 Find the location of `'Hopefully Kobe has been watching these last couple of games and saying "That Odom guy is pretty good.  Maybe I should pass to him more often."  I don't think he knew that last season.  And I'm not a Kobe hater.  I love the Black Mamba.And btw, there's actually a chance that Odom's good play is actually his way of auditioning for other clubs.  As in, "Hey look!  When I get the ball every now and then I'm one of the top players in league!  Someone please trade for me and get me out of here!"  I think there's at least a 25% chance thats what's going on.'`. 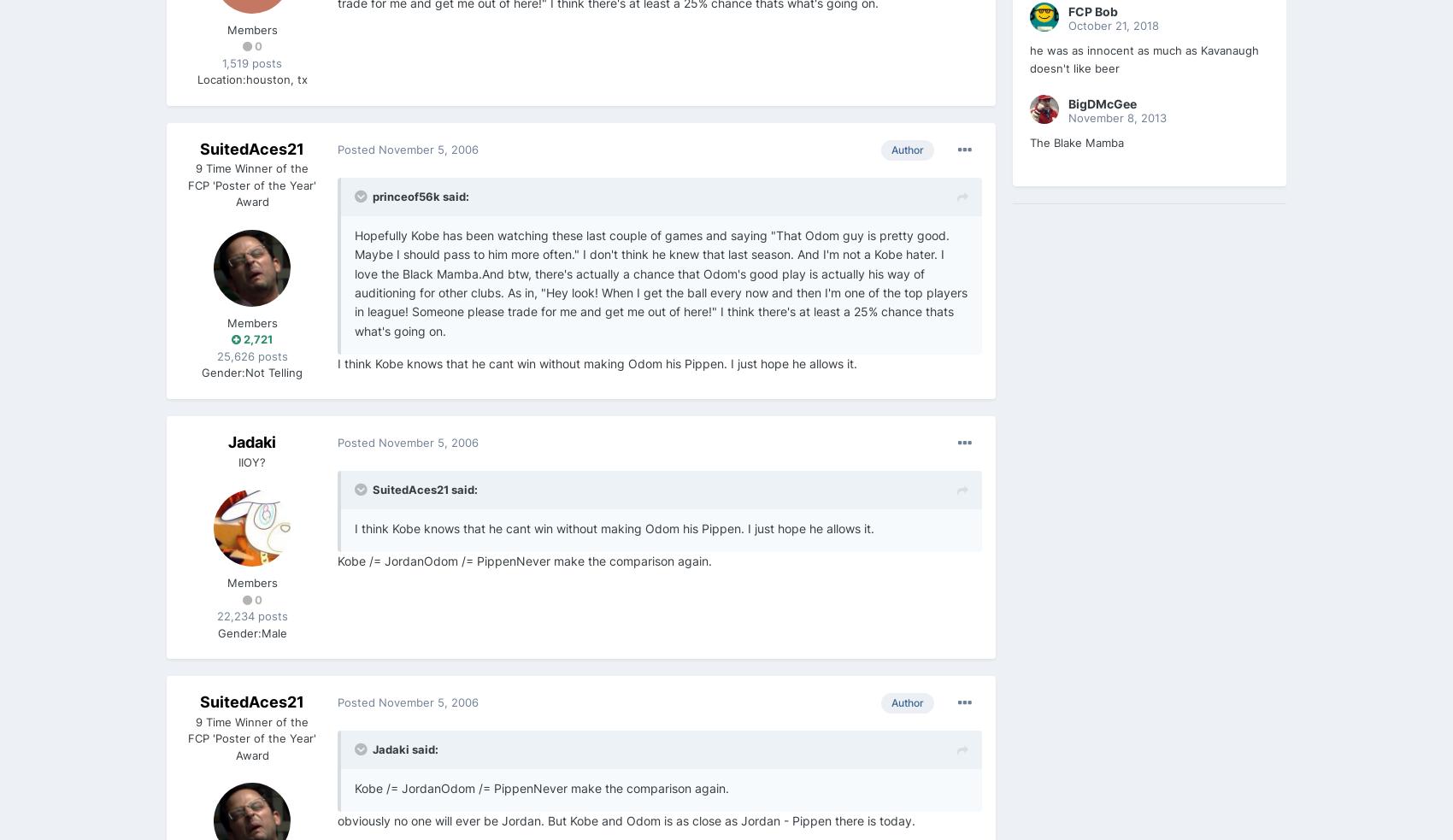

'Hopefully Kobe has been watching these last couple of games and saying "That Odom guy is pretty good.  Maybe I should pass to him more often."  I don't think he knew that last season.  And I'm not a Kobe hater.  I love the Black Mamba.And btw, there's actually a chance that Odom's good play is actually his way of auditioning for other clubs.  As in, "Hey look!  When I get the ball every now and then I'm one of the top players in league!  Someone please trade for me and get me out of here!"  I think there's at least a 25% chance thats what's going on.' is located at coordinates (660, 281).